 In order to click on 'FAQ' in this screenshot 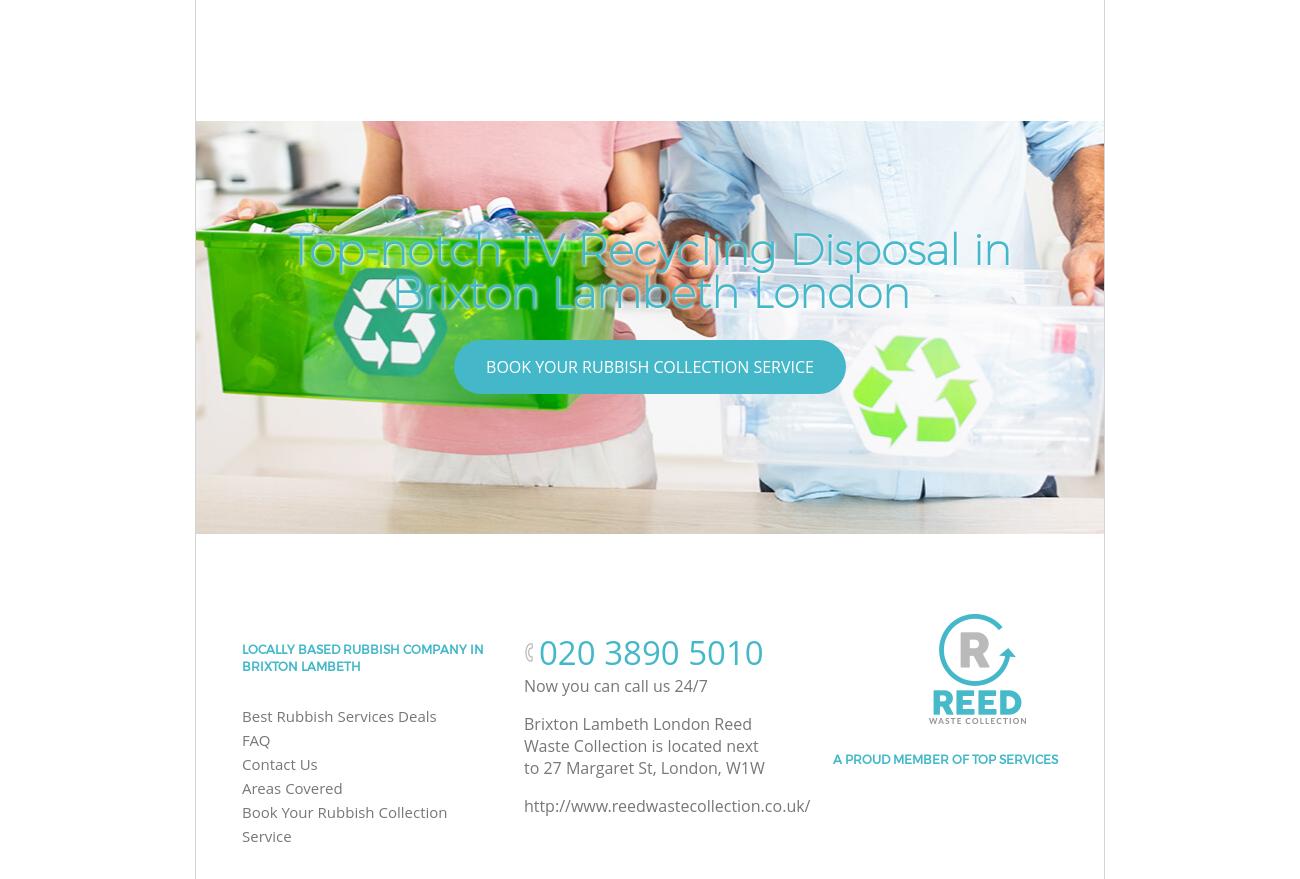, I will do `click(254, 737)`.